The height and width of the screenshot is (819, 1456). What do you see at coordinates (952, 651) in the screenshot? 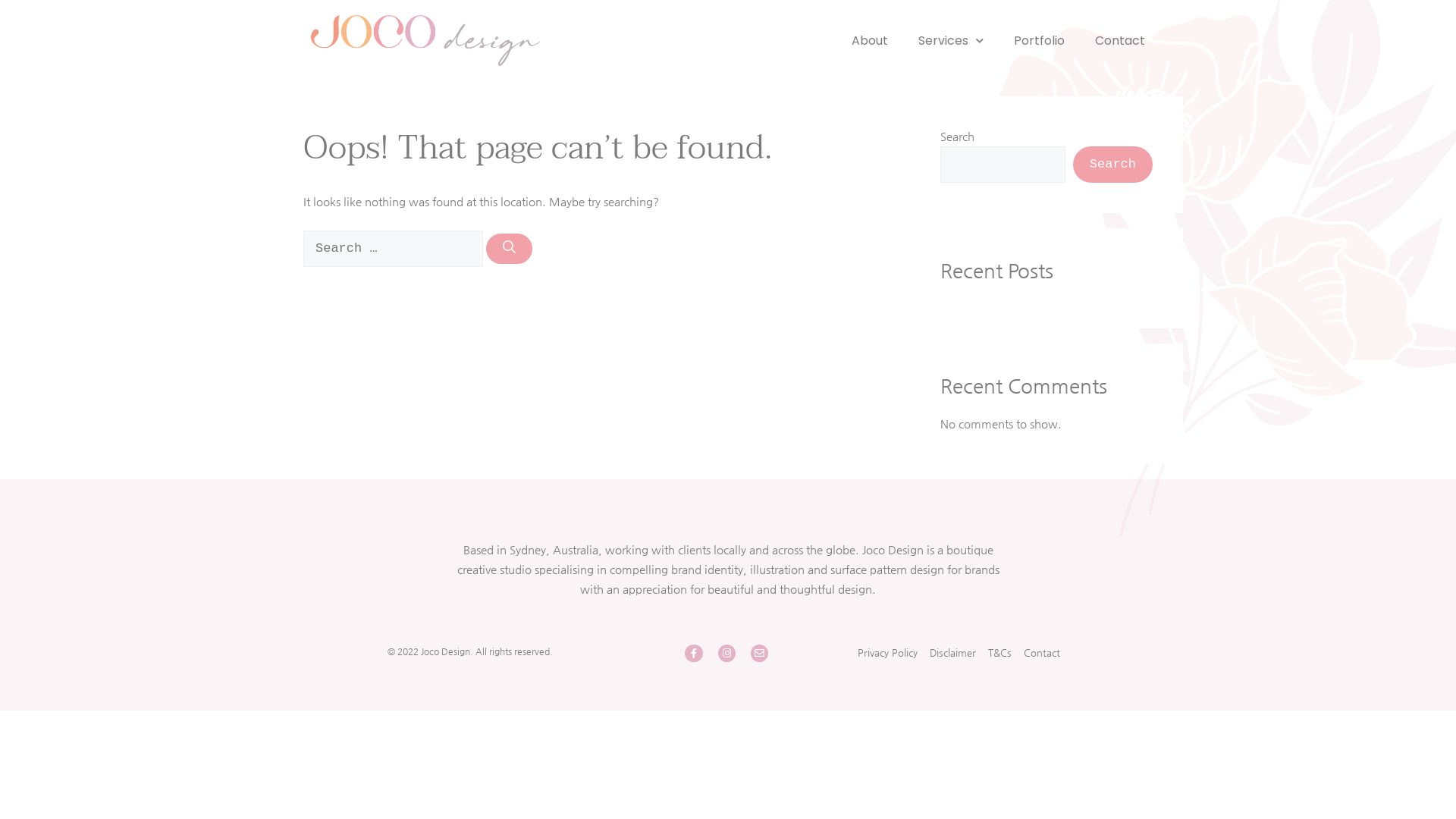
I see `'Disclaimer'` at bounding box center [952, 651].